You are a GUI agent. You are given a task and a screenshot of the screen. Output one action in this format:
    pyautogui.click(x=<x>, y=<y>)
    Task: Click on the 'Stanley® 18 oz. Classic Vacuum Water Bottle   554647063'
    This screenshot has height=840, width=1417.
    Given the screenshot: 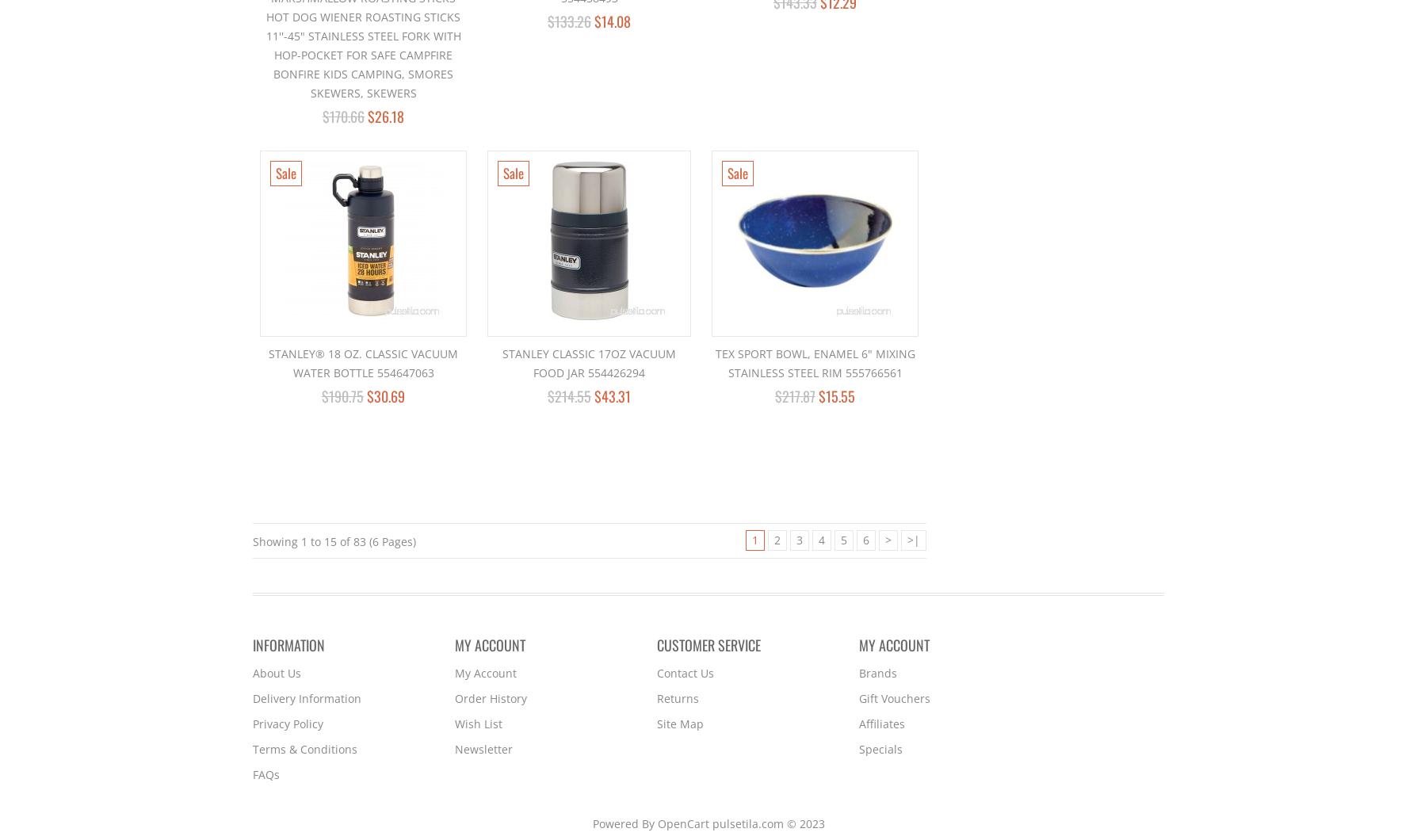 What is the action you would take?
    pyautogui.click(x=363, y=362)
    